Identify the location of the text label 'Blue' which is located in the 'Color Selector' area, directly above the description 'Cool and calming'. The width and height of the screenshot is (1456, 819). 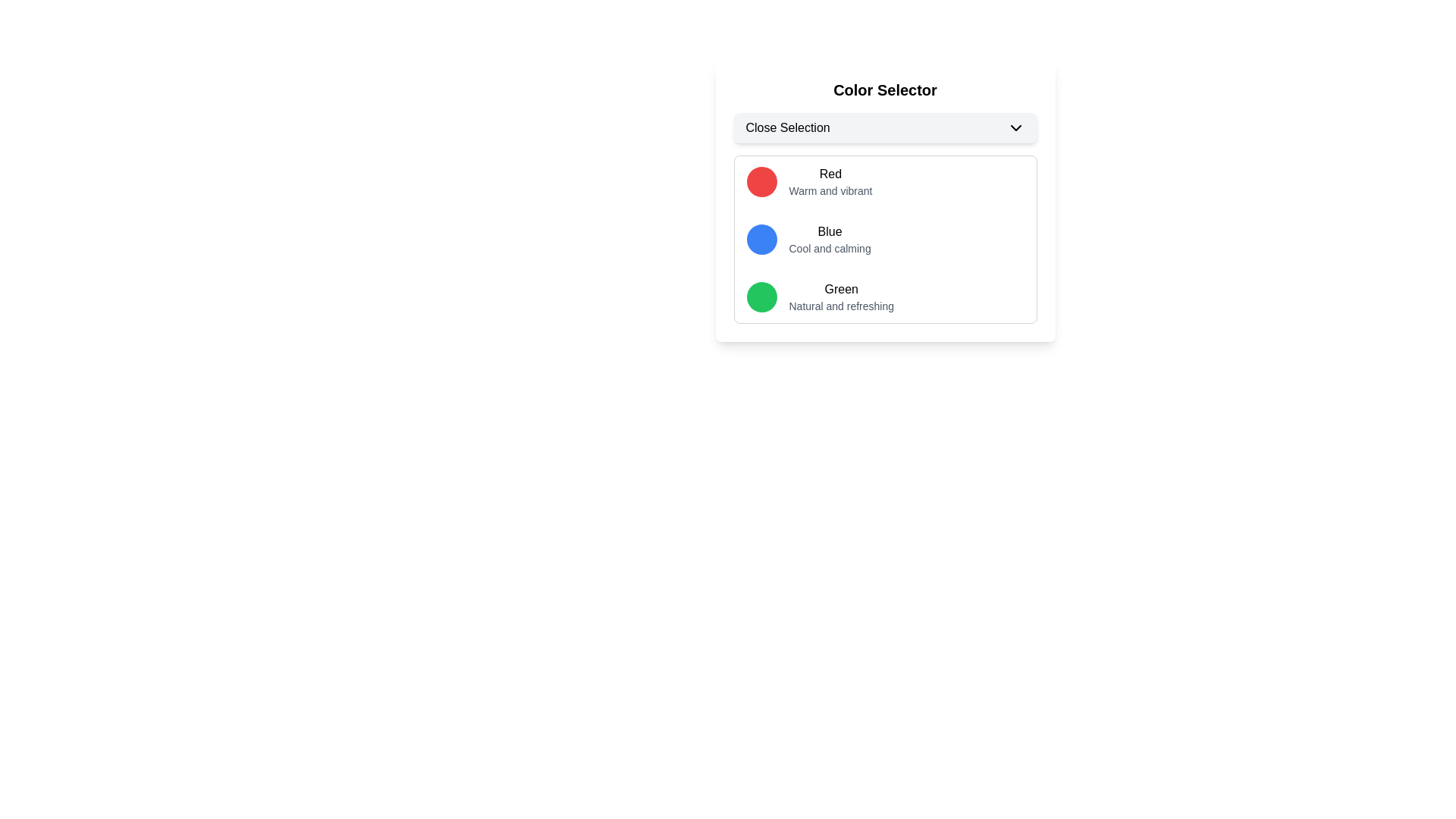
(829, 231).